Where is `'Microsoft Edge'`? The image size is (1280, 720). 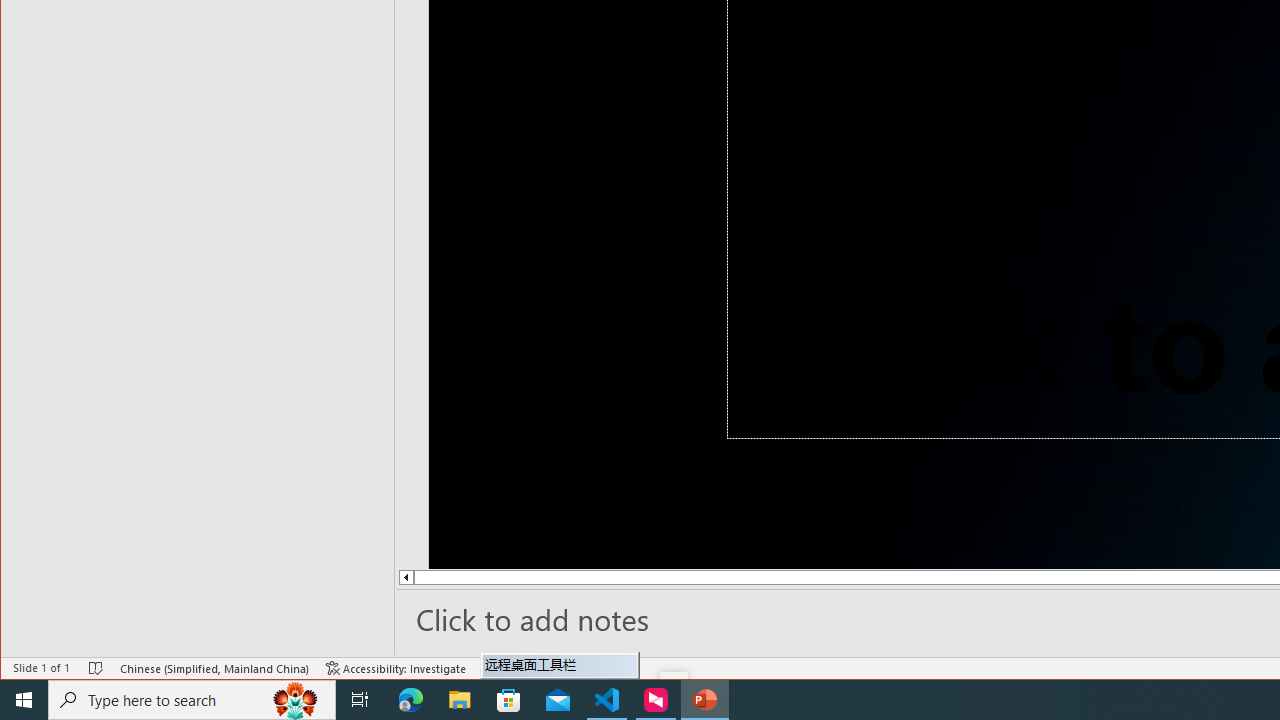 'Microsoft Edge' is located at coordinates (410, 698).